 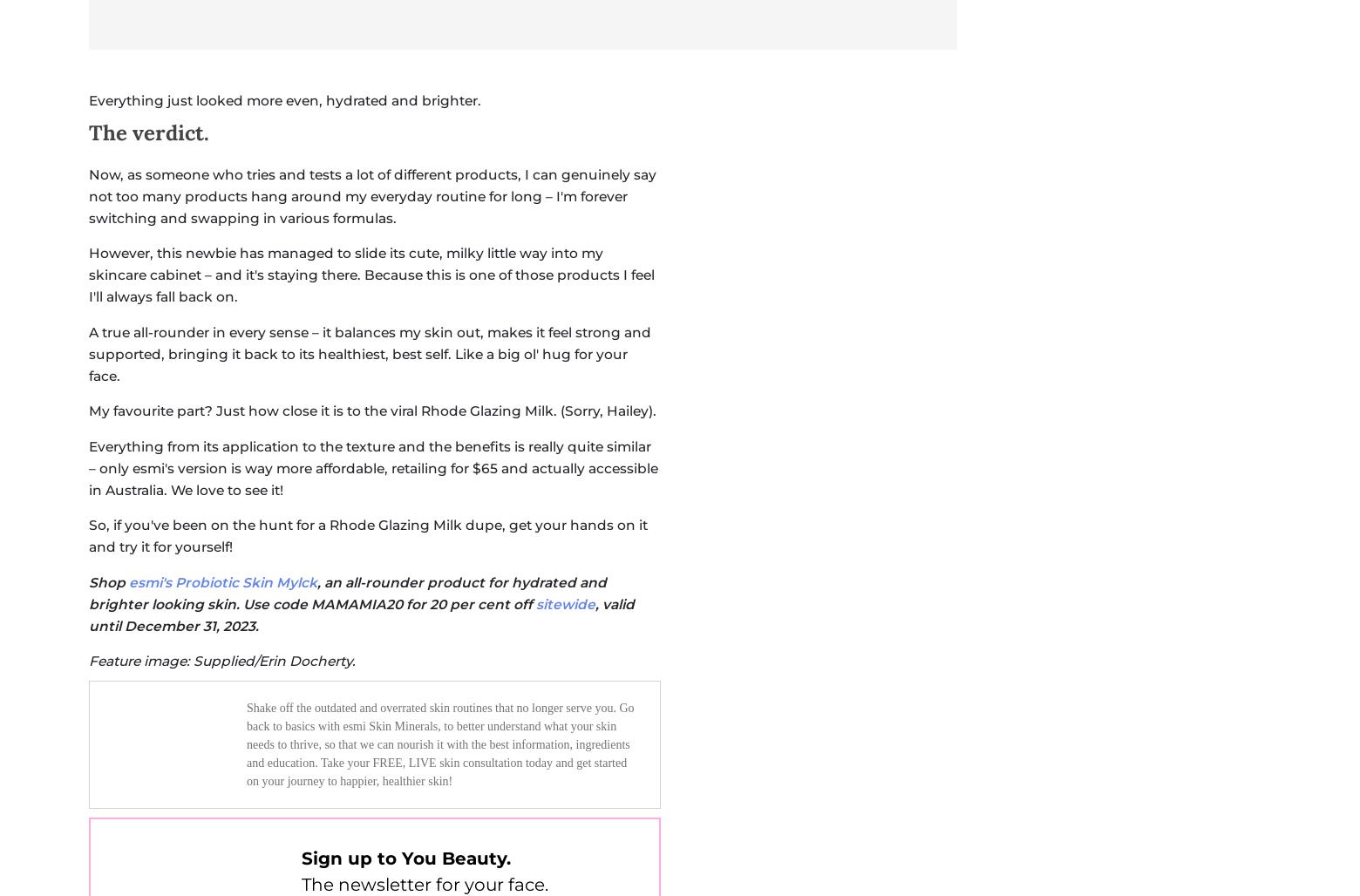 What do you see at coordinates (717, 356) in the screenshot?
I see `'Teens'` at bounding box center [717, 356].